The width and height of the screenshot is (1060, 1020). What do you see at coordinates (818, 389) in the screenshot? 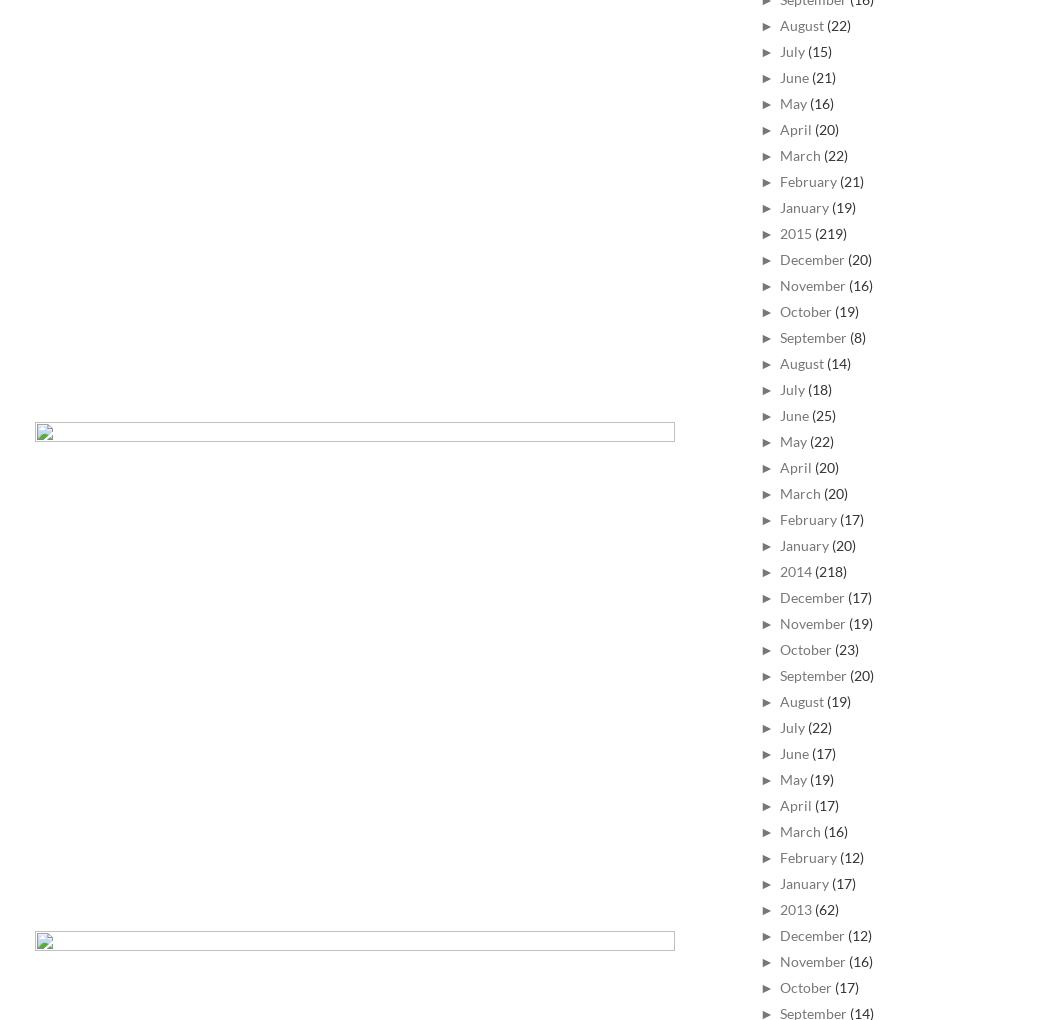
I see `'(18)'` at bounding box center [818, 389].